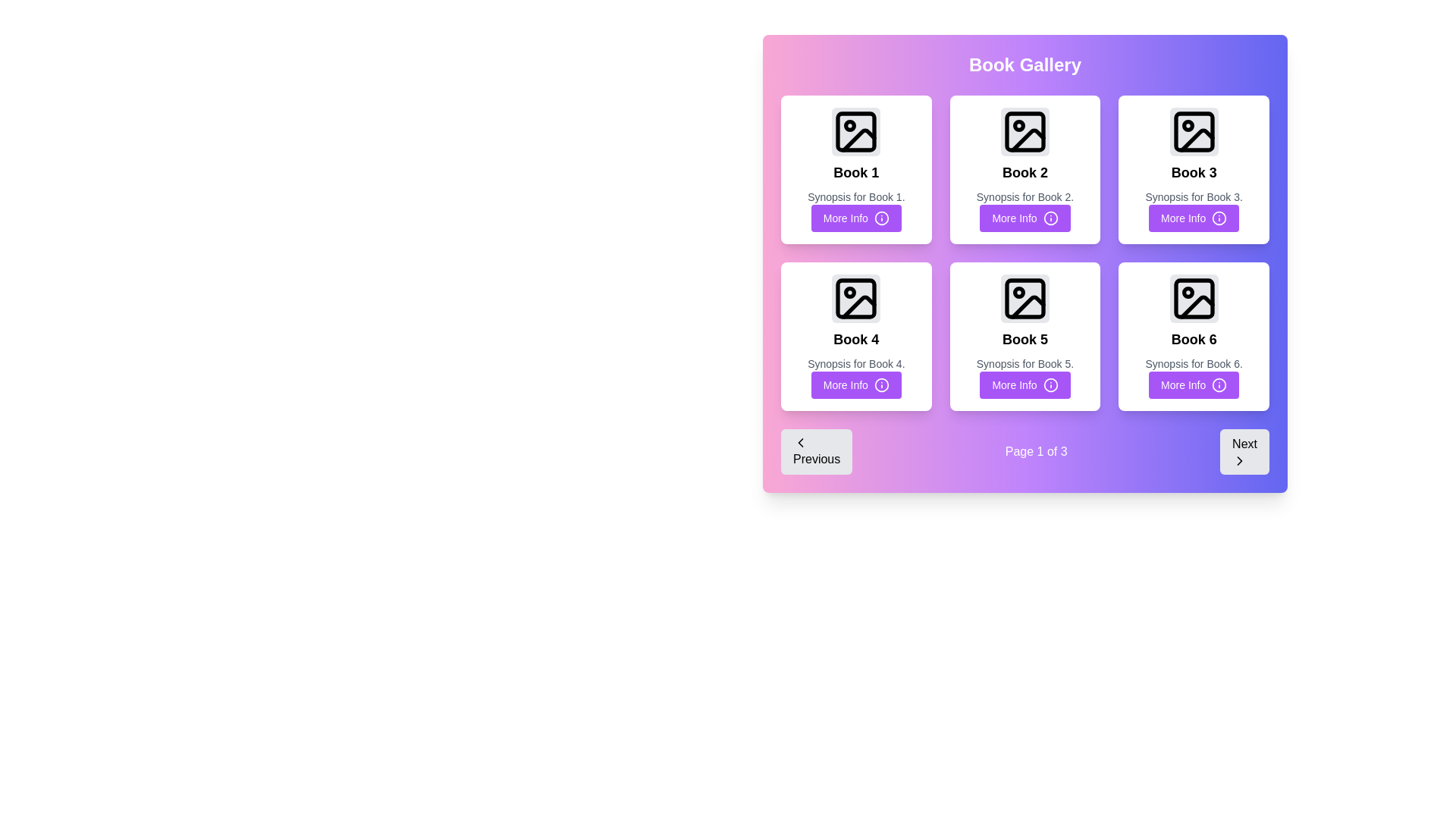 The width and height of the screenshot is (1456, 819). I want to click on the decorative rectangular UI shape located within the 'Book 4' card in the second row, first column of the grid, so click(856, 298).